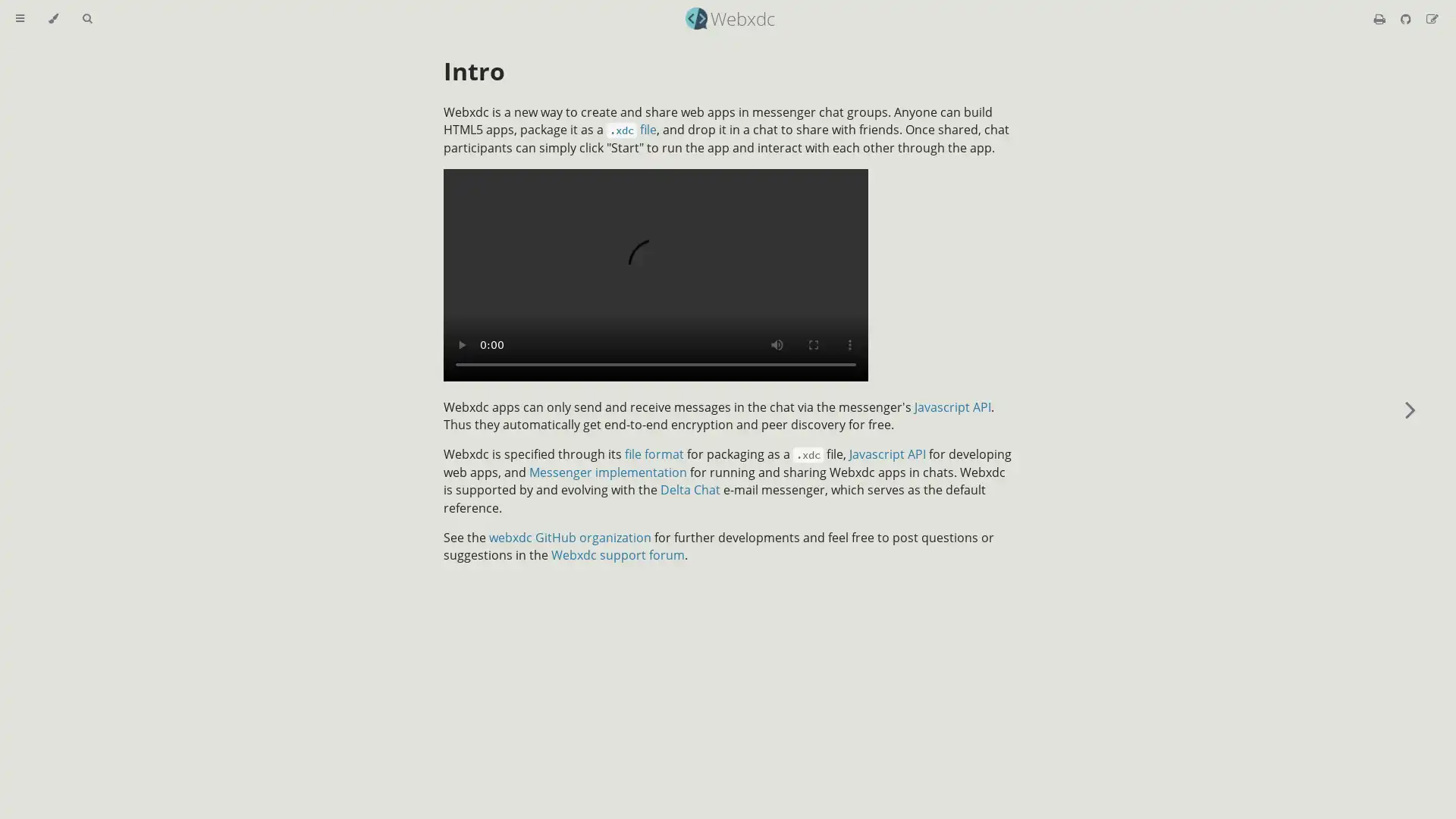 The width and height of the screenshot is (1456, 819). What do you see at coordinates (461, 345) in the screenshot?
I see `play` at bounding box center [461, 345].